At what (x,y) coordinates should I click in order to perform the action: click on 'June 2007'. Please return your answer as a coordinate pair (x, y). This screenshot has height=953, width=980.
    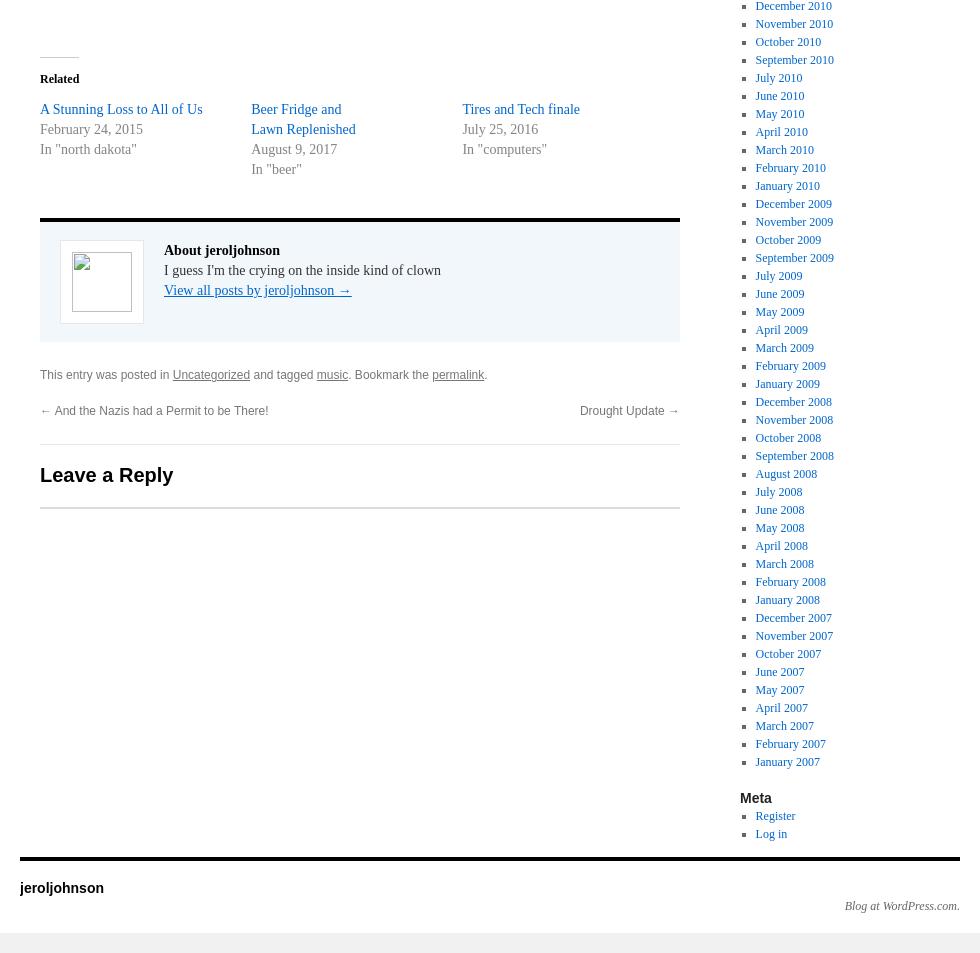
    Looking at the image, I should click on (754, 671).